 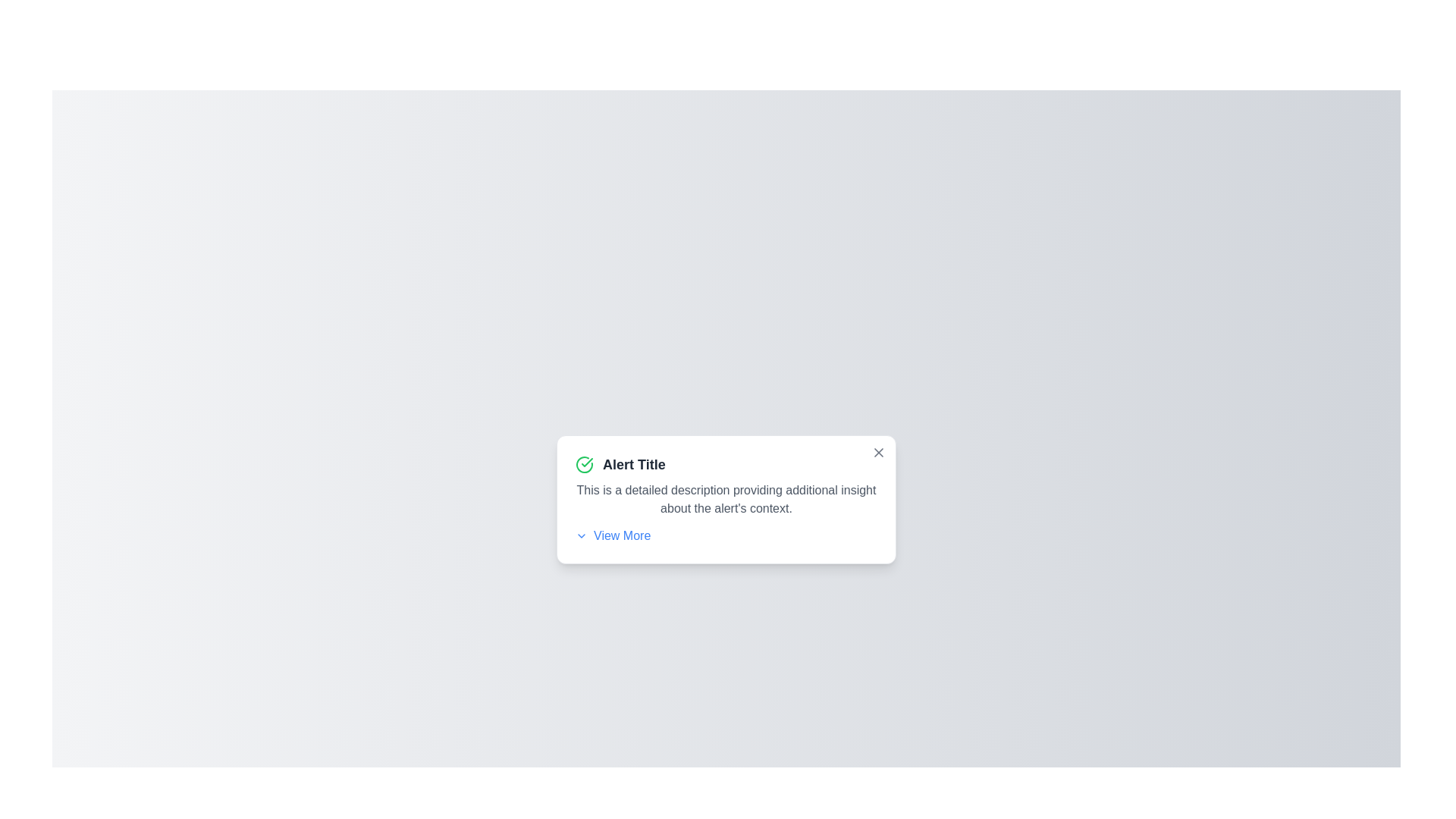 What do you see at coordinates (612, 535) in the screenshot?
I see `the 'View More' button to expand additional details` at bounding box center [612, 535].